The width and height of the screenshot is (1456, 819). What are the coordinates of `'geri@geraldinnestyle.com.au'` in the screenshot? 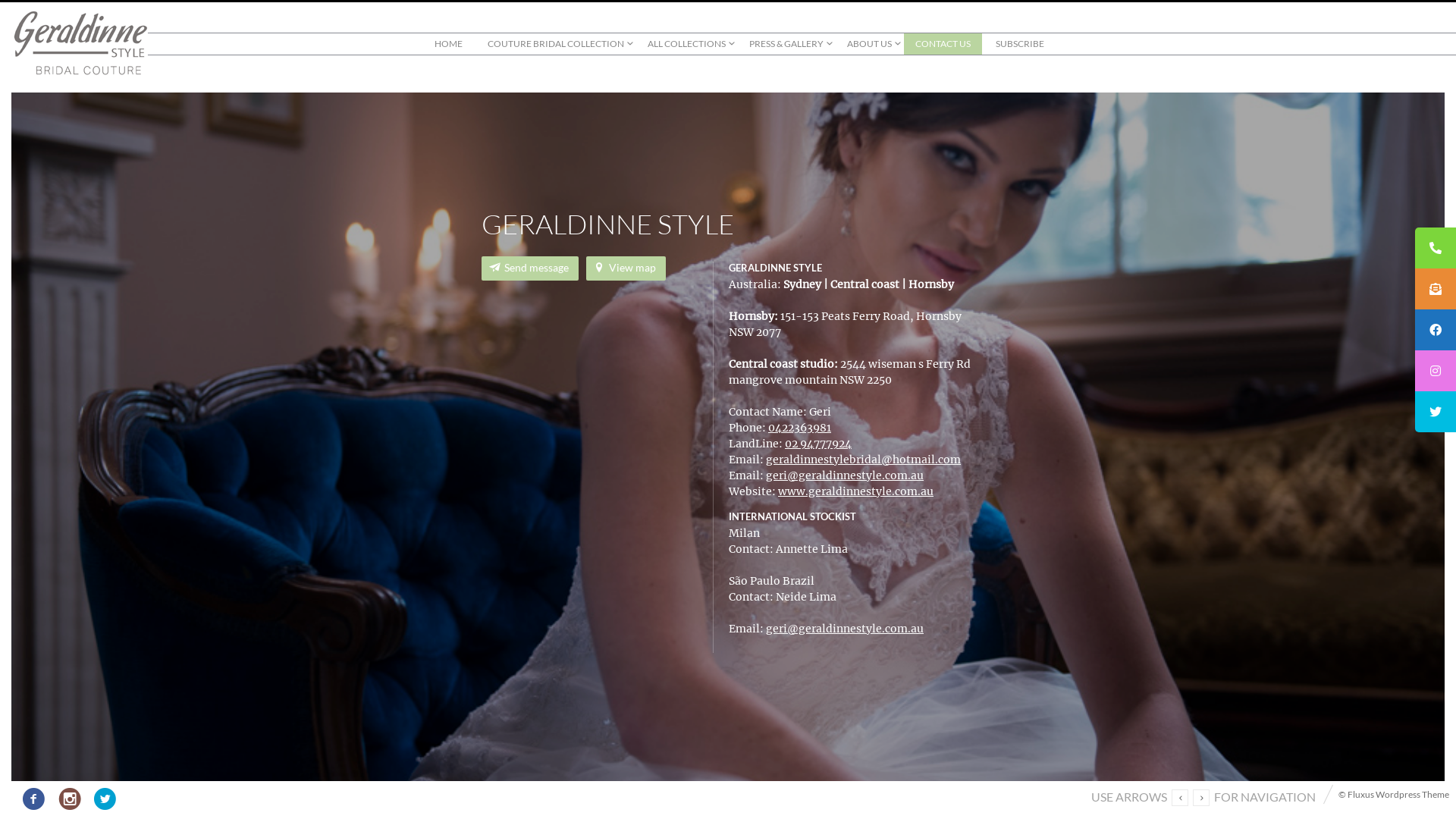 It's located at (765, 475).